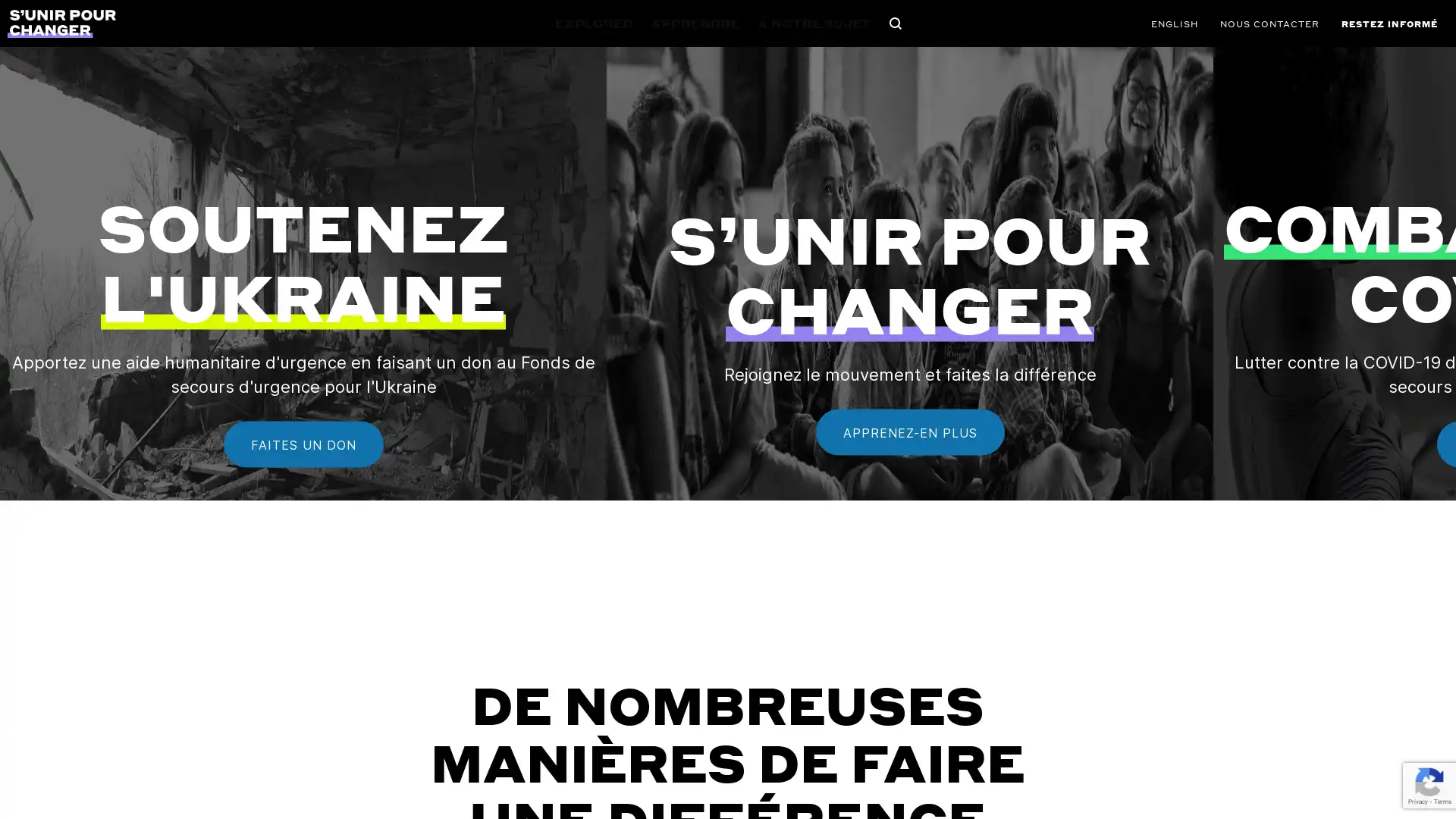 This screenshot has width=1456, height=819. What do you see at coordinates (790, 593) in the screenshot?
I see `3` at bounding box center [790, 593].